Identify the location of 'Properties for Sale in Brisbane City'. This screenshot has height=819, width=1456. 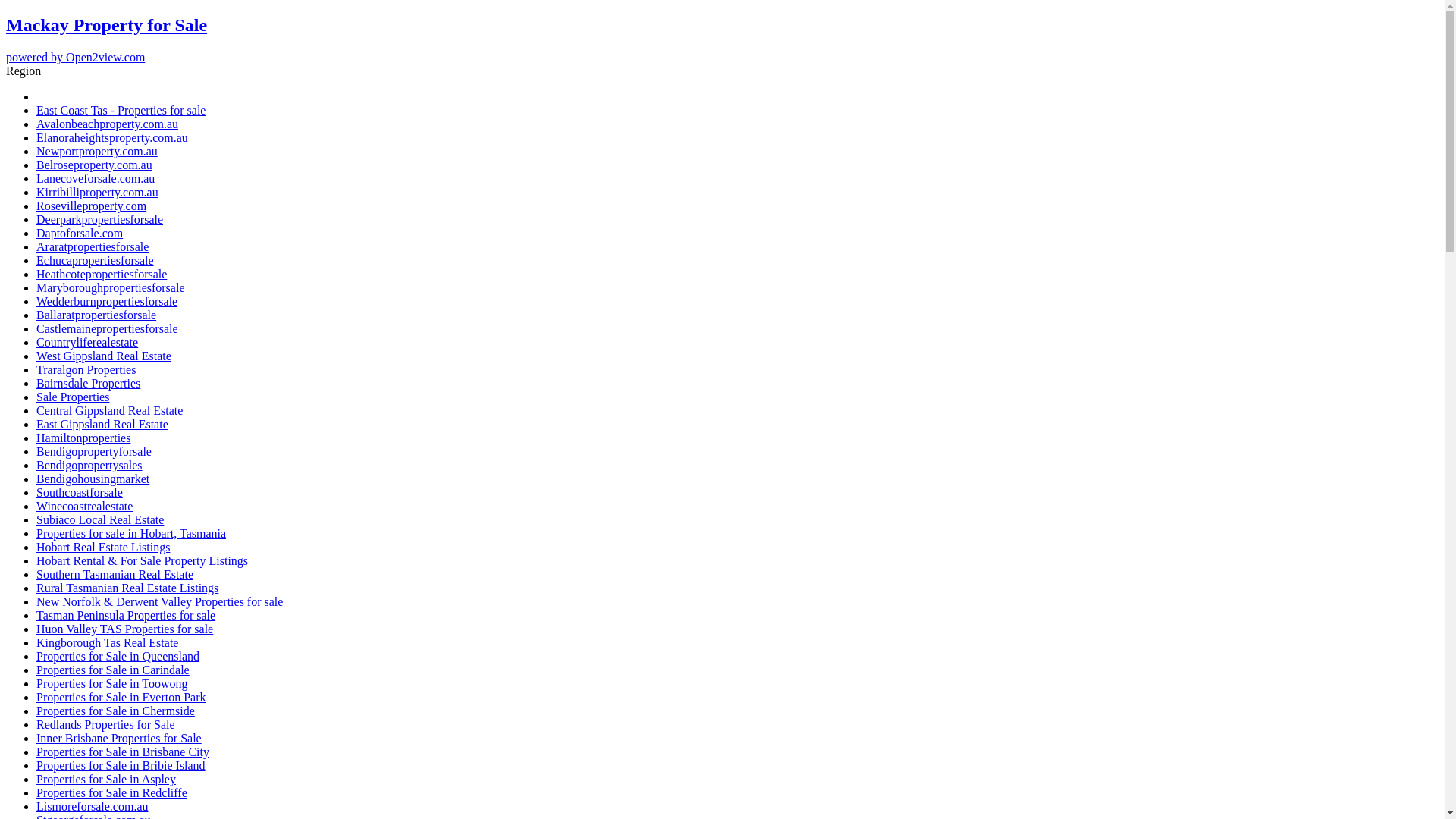
(123, 752).